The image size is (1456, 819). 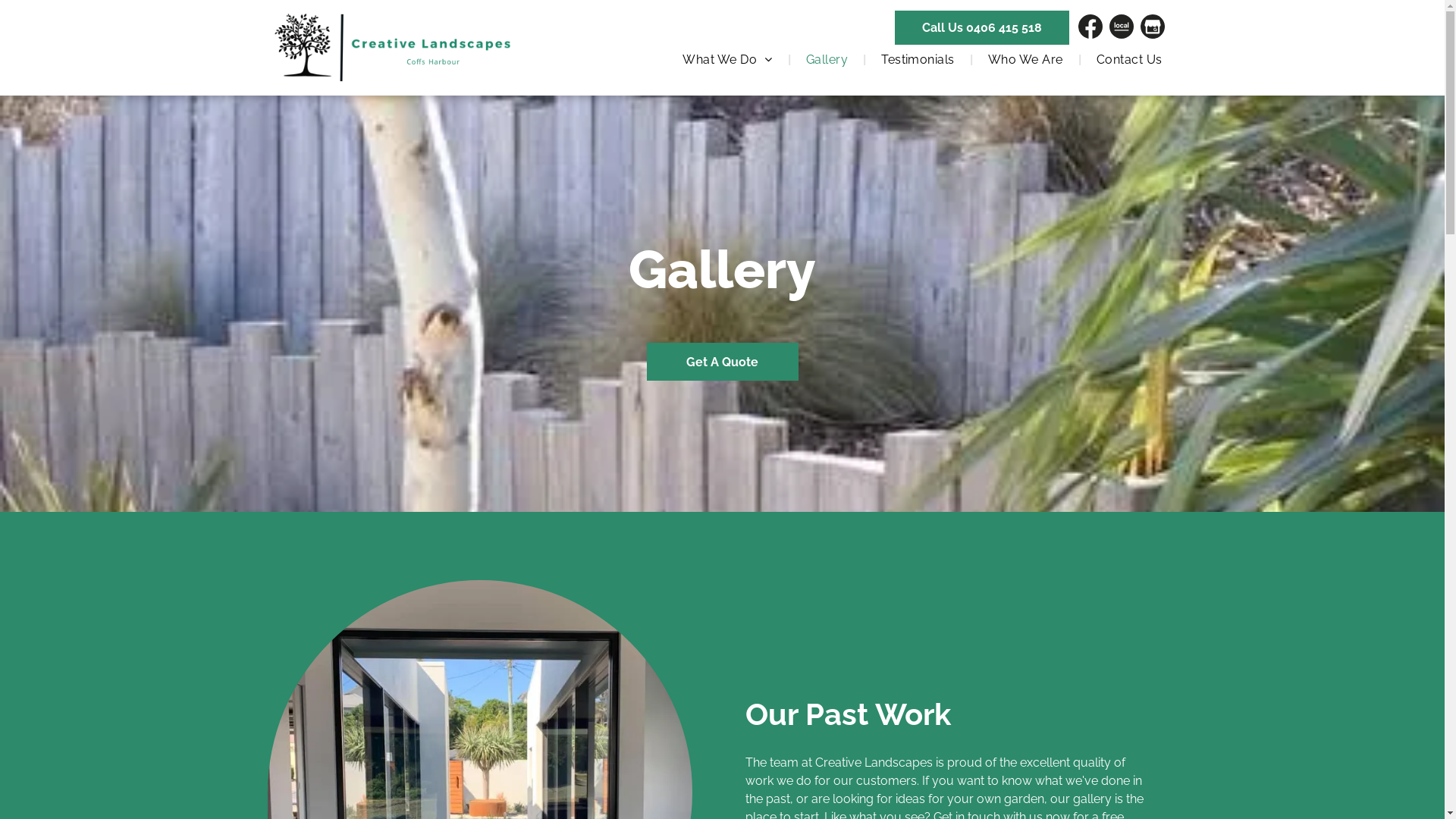 What do you see at coordinates (1090, 26) in the screenshot?
I see `'Find Us On Facebook'` at bounding box center [1090, 26].